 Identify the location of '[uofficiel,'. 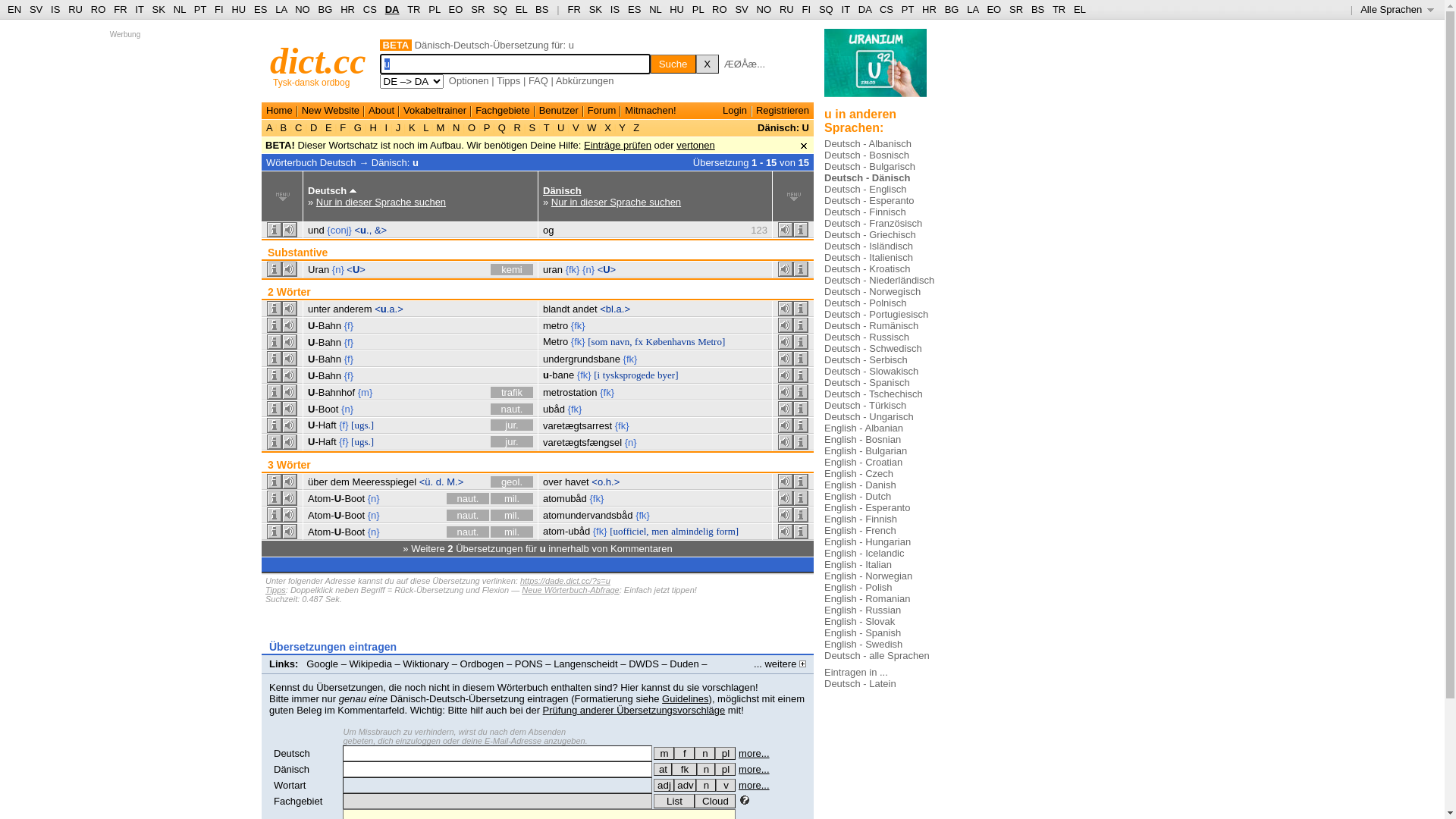
(610, 530).